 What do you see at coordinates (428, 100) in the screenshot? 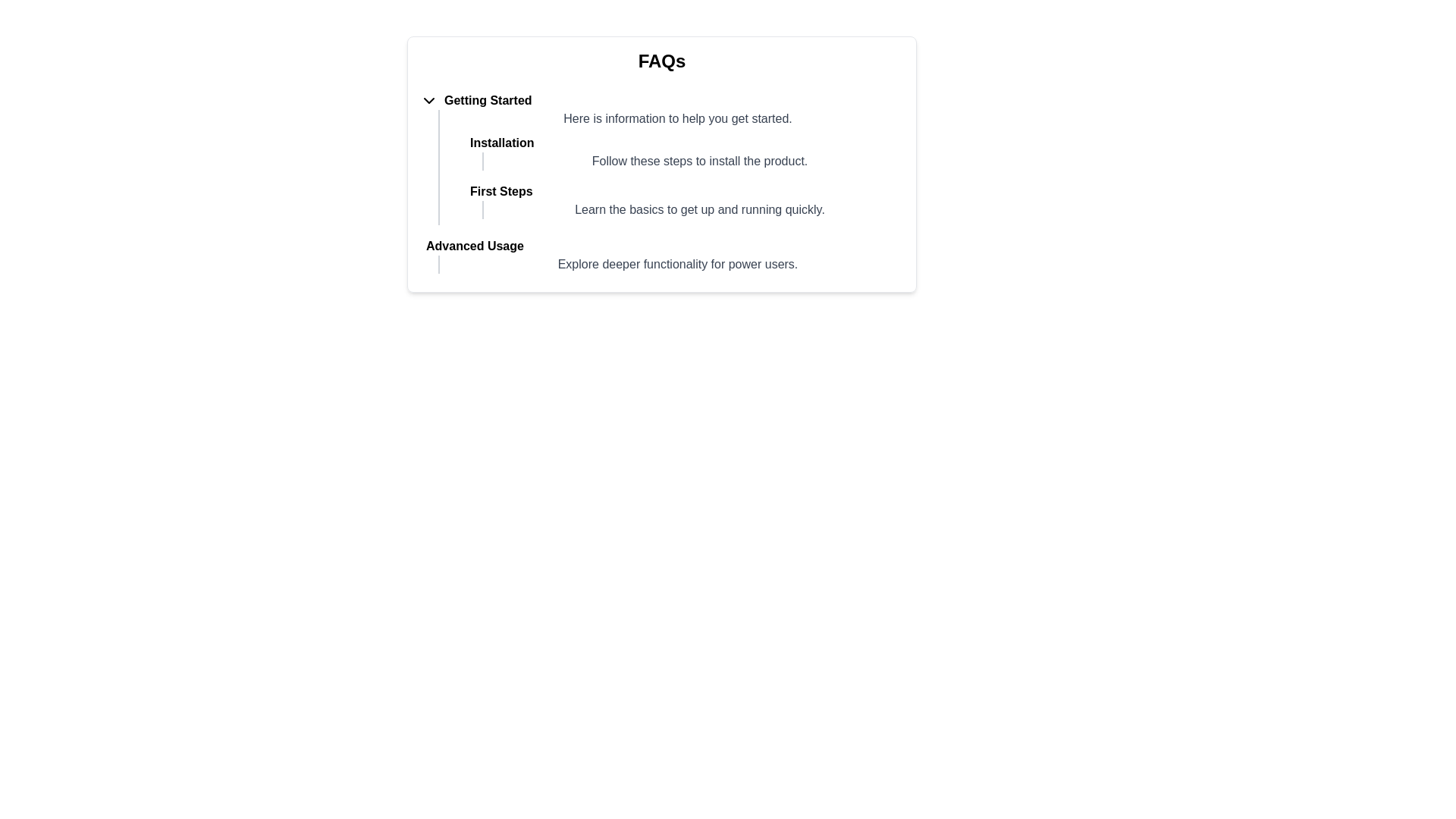
I see `the icon button located to the left of the 'Getting Started' text` at bounding box center [428, 100].